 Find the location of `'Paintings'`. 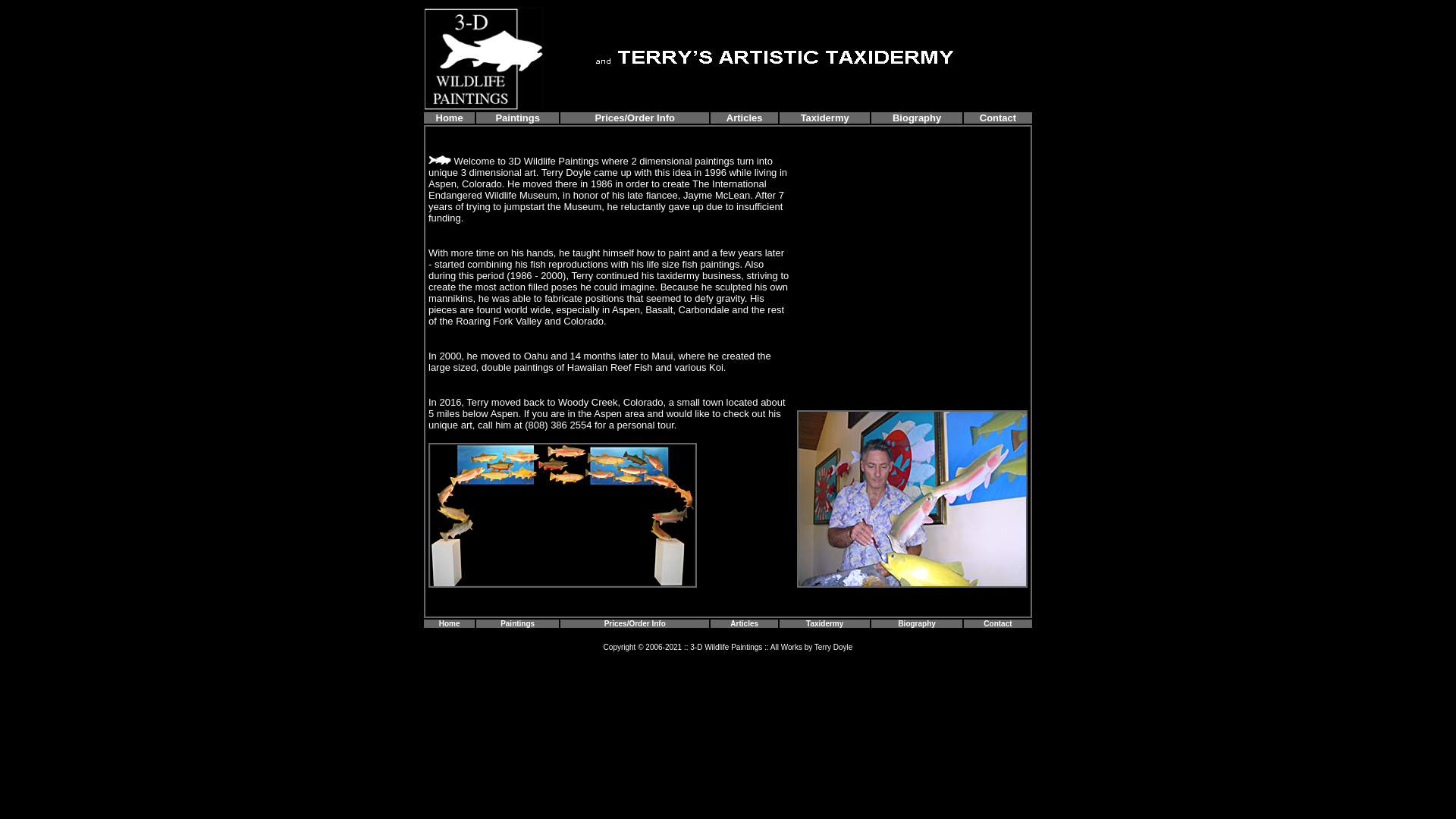

'Paintings' is located at coordinates (517, 622).